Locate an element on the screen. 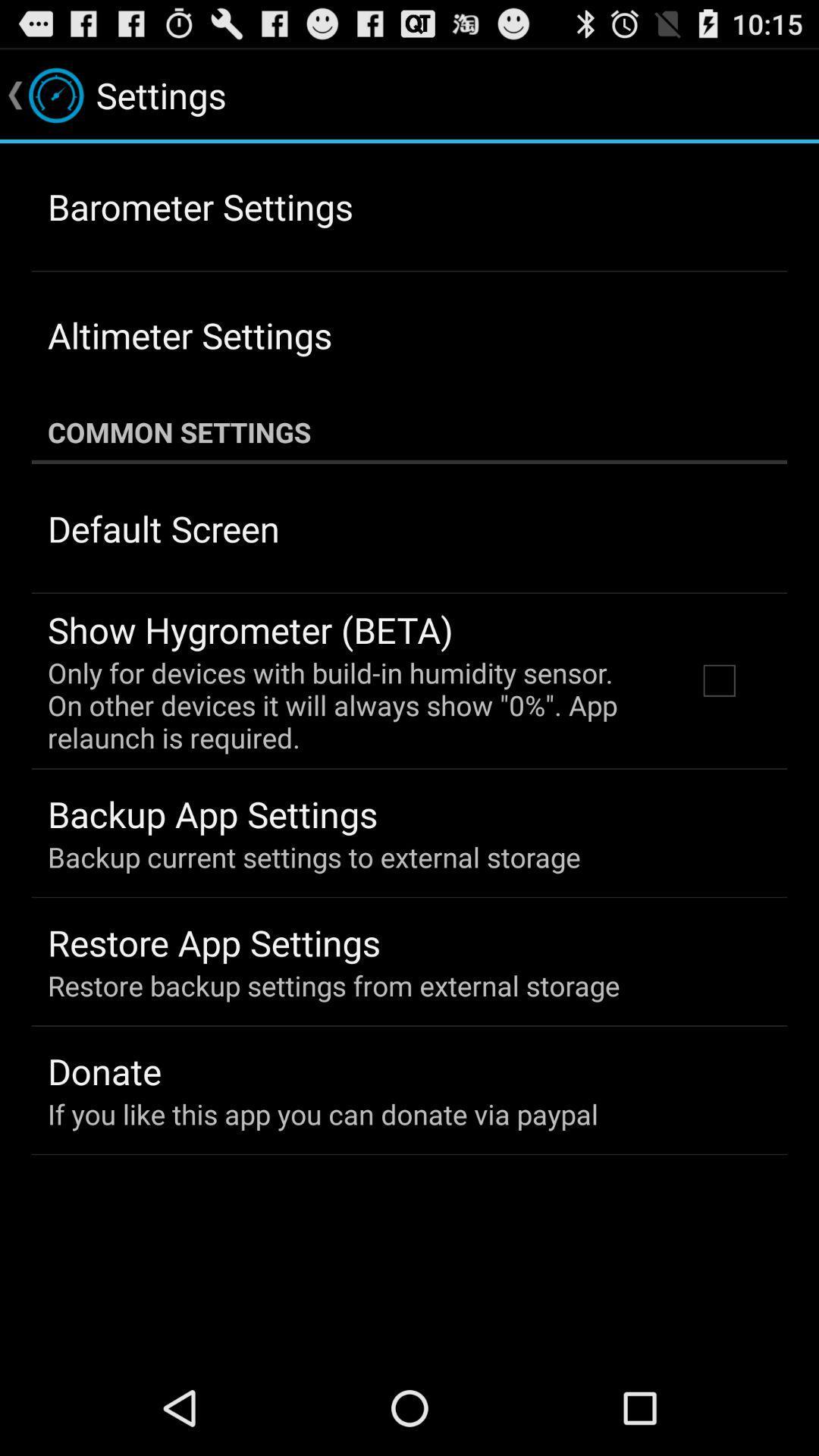  item below default screen icon is located at coordinates (249, 629).